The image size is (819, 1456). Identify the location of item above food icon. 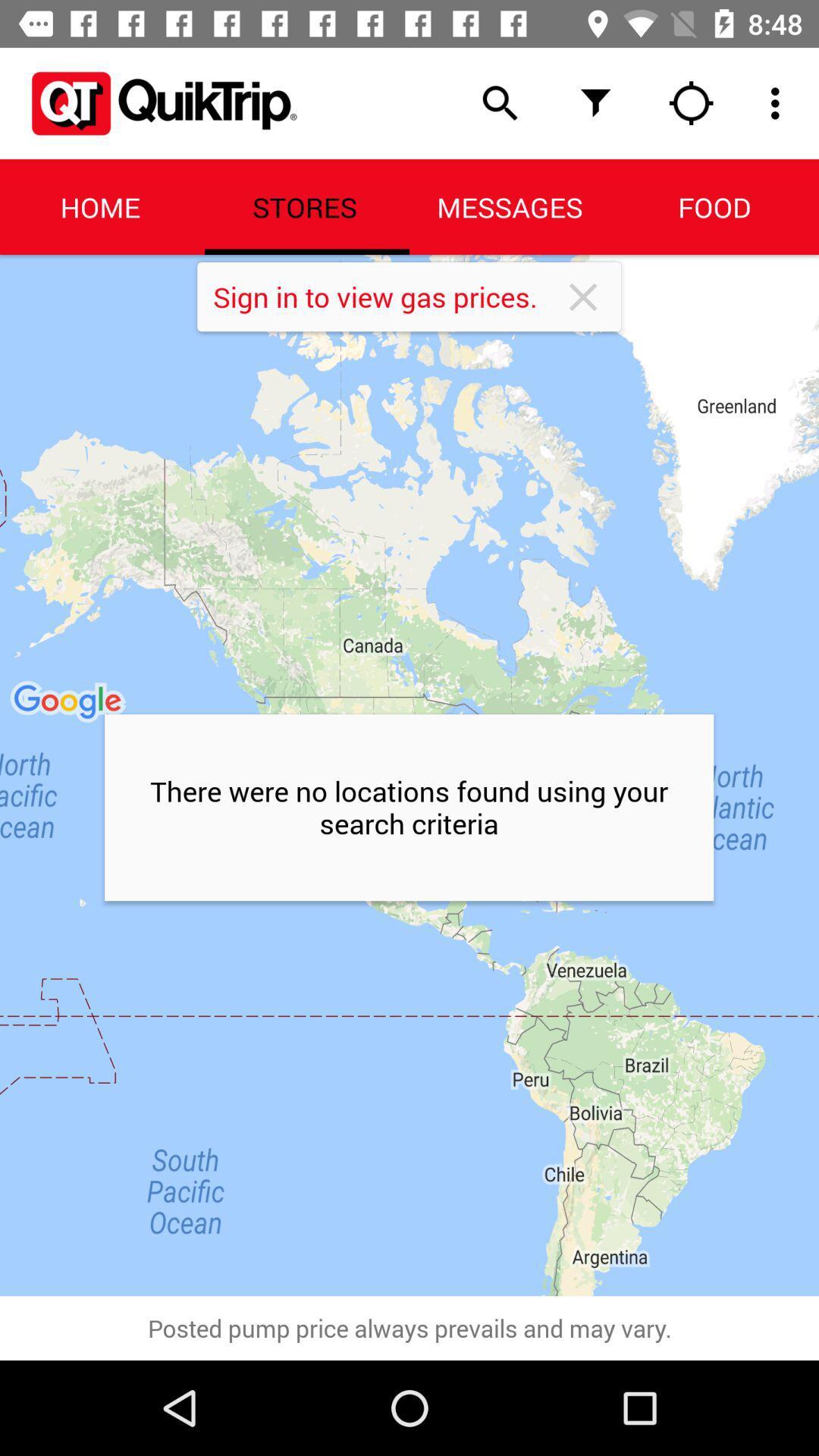
(691, 102).